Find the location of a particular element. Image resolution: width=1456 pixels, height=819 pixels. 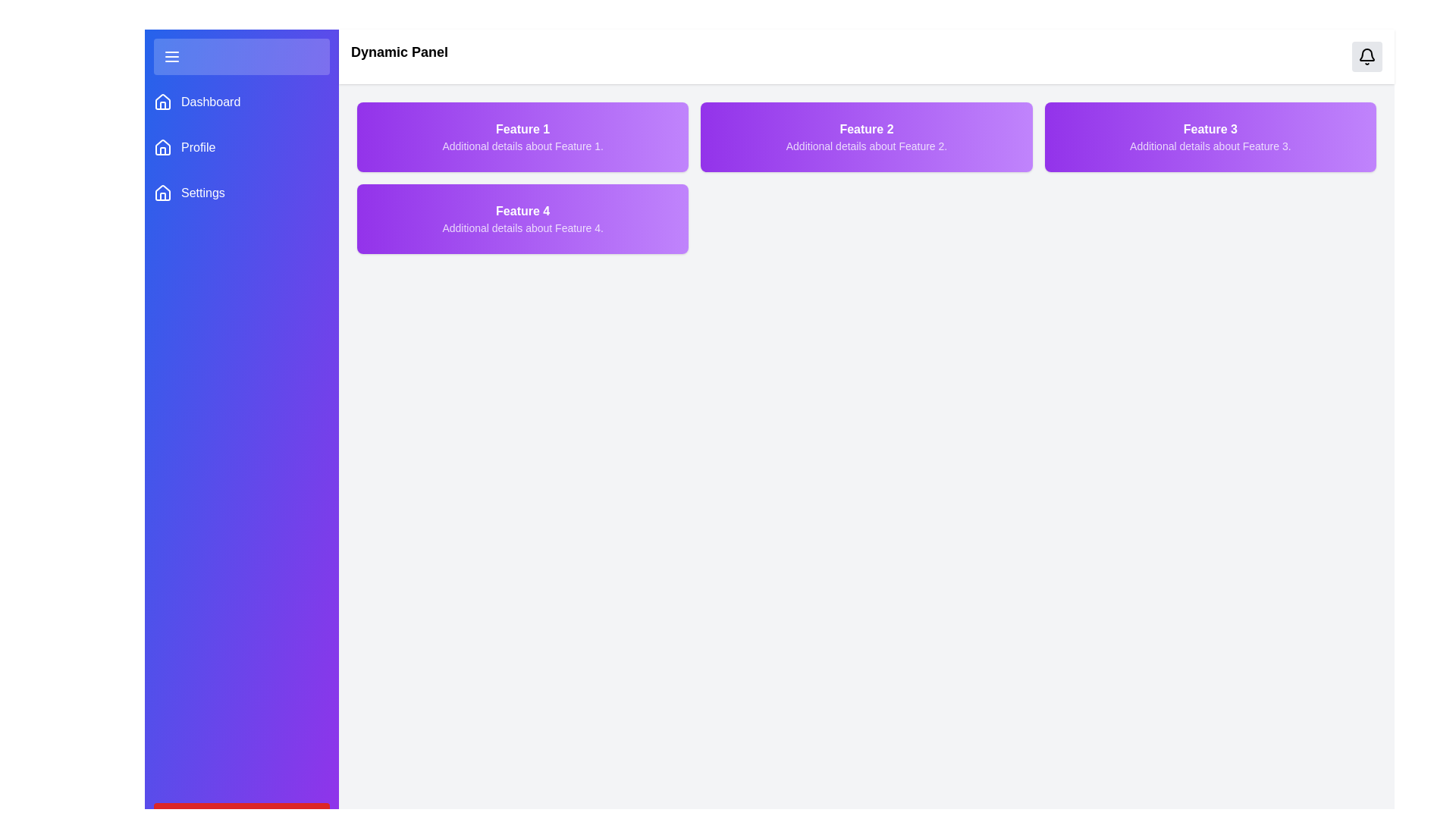

the static text label displaying 'Dynamic Panel', which is prominently styled in bold and larger font size at the top center of the interface is located at coordinates (400, 55).